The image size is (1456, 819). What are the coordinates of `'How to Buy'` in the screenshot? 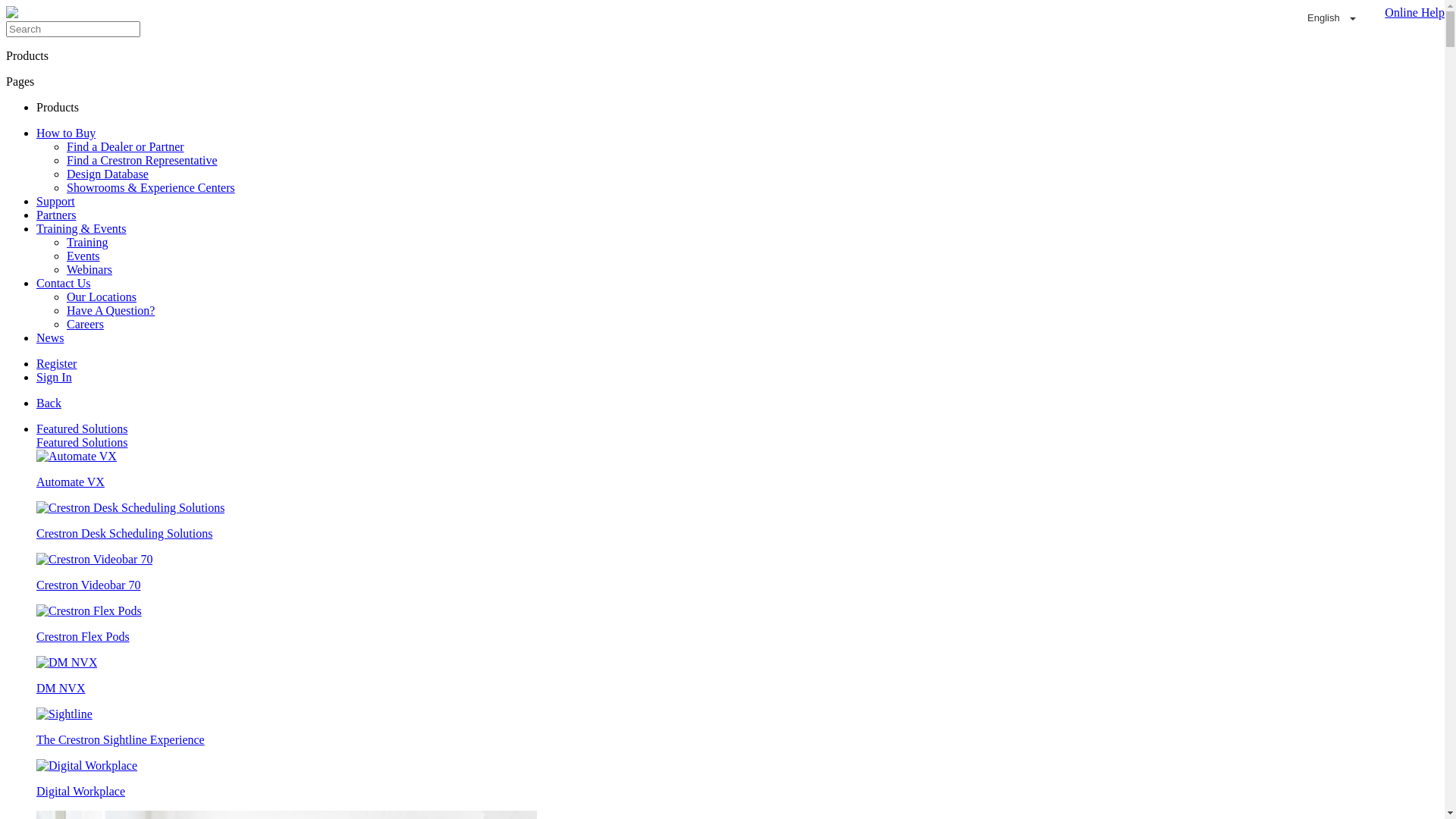 It's located at (64, 132).